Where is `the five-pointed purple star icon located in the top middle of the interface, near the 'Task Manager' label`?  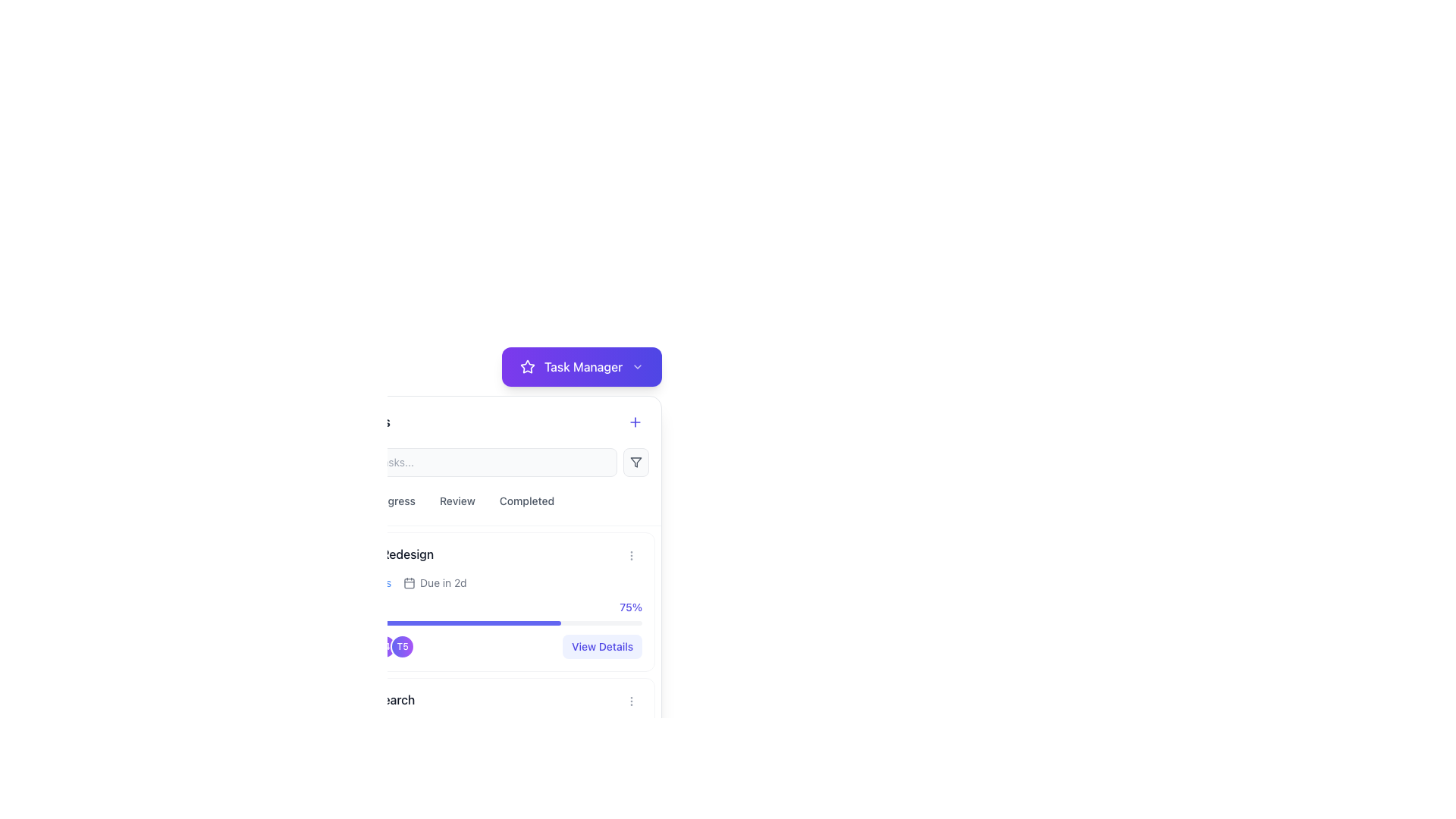 the five-pointed purple star icon located in the top middle of the interface, near the 'Task Manager' label is located at coordinates (527, 366).